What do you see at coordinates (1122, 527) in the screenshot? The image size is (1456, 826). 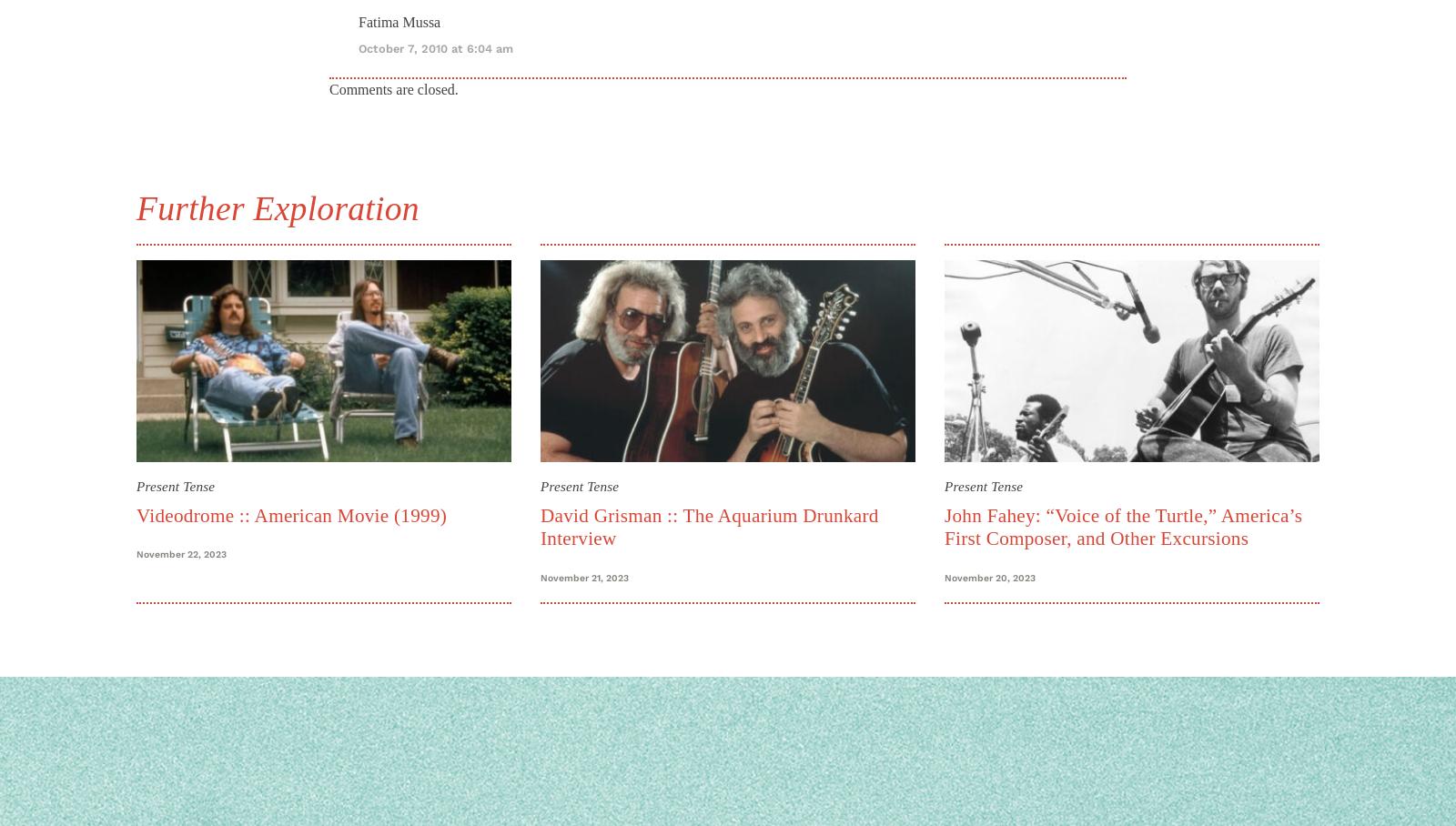 I see `'John Fahey: “Voice of the Turtle,” America’s First Composer, and Other Excursions'` at bounding box center [1122, 527].